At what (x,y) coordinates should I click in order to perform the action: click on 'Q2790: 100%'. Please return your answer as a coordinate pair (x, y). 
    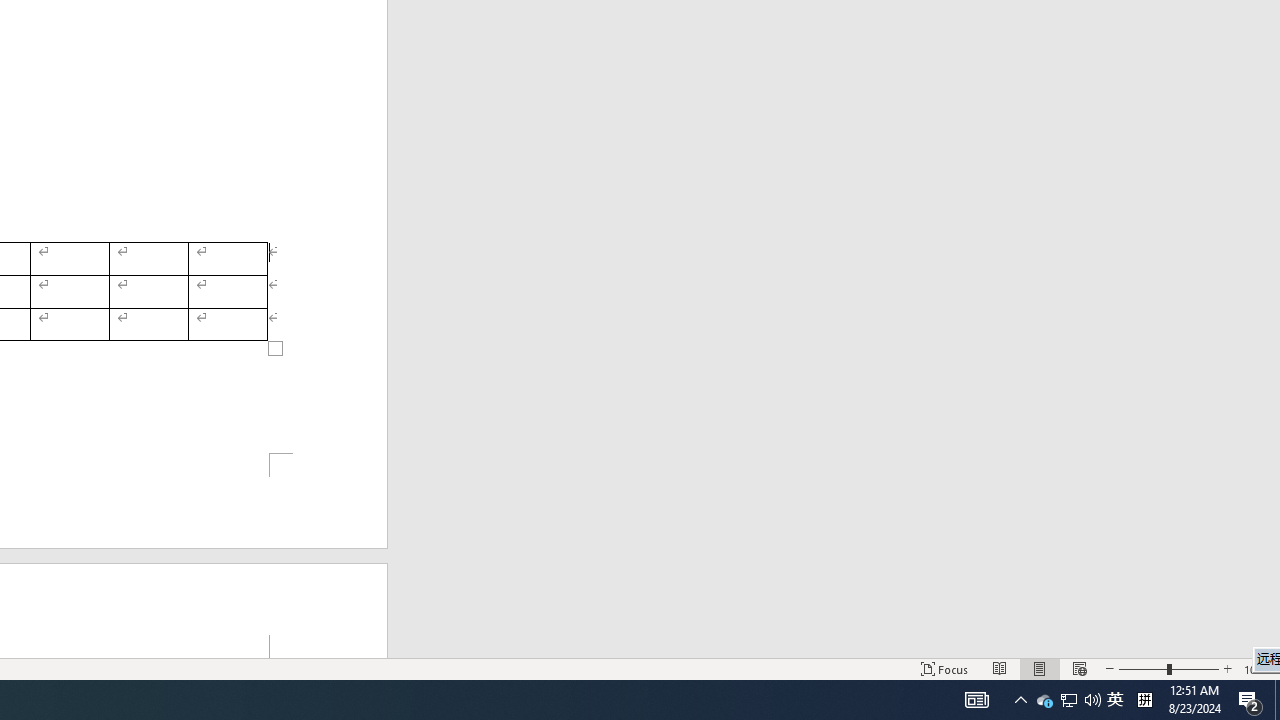
    Looking at the image, I should click on (1092, 698).